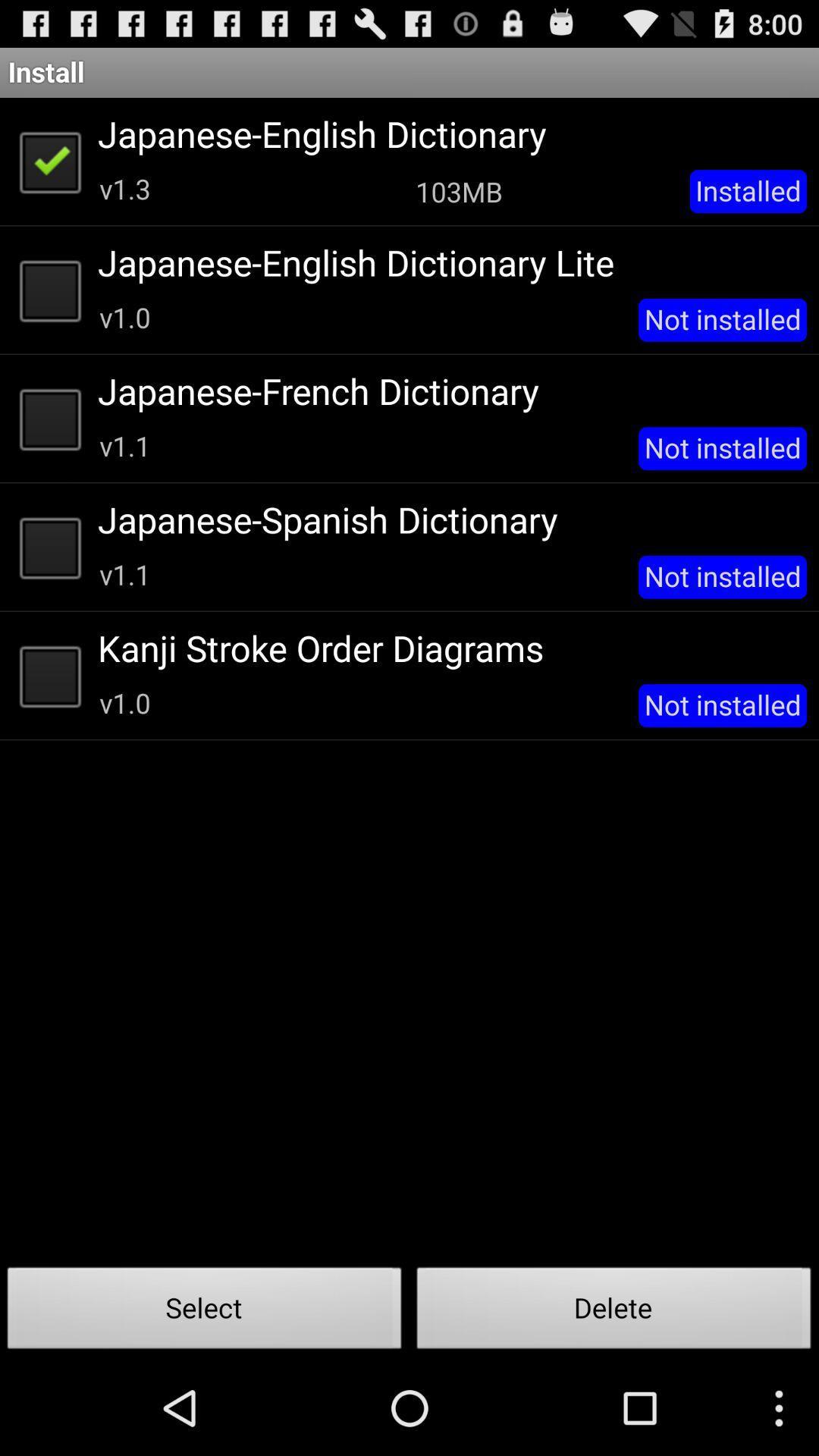 The width and height of the screenshot is (819, 1456). Describe the element at coordinates (205, 1312) in the screenshot. I see `the icon to the left of delete` at that location.